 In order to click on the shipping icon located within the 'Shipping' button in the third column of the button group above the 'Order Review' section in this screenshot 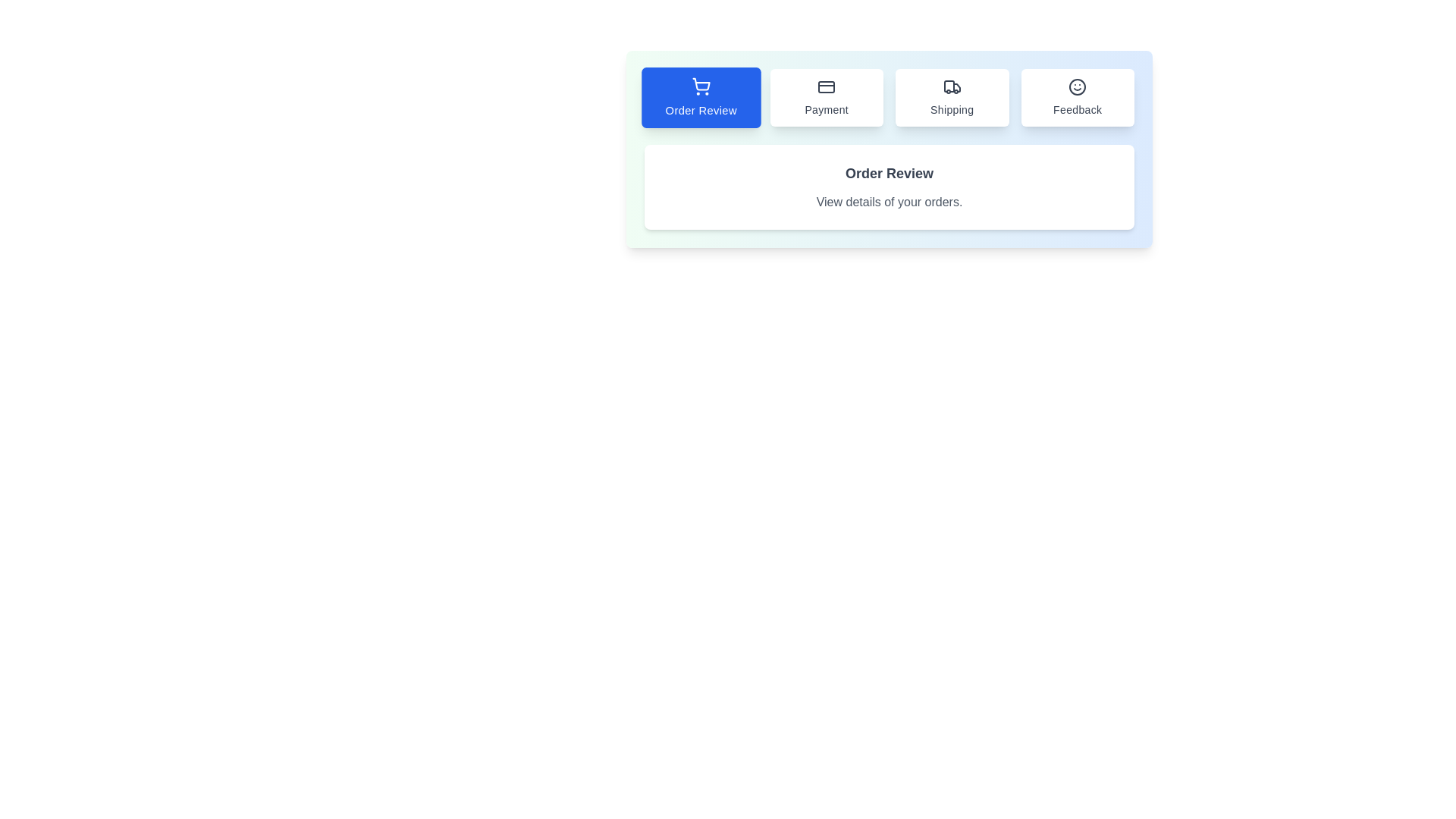, I will do `click(951, 87)`.